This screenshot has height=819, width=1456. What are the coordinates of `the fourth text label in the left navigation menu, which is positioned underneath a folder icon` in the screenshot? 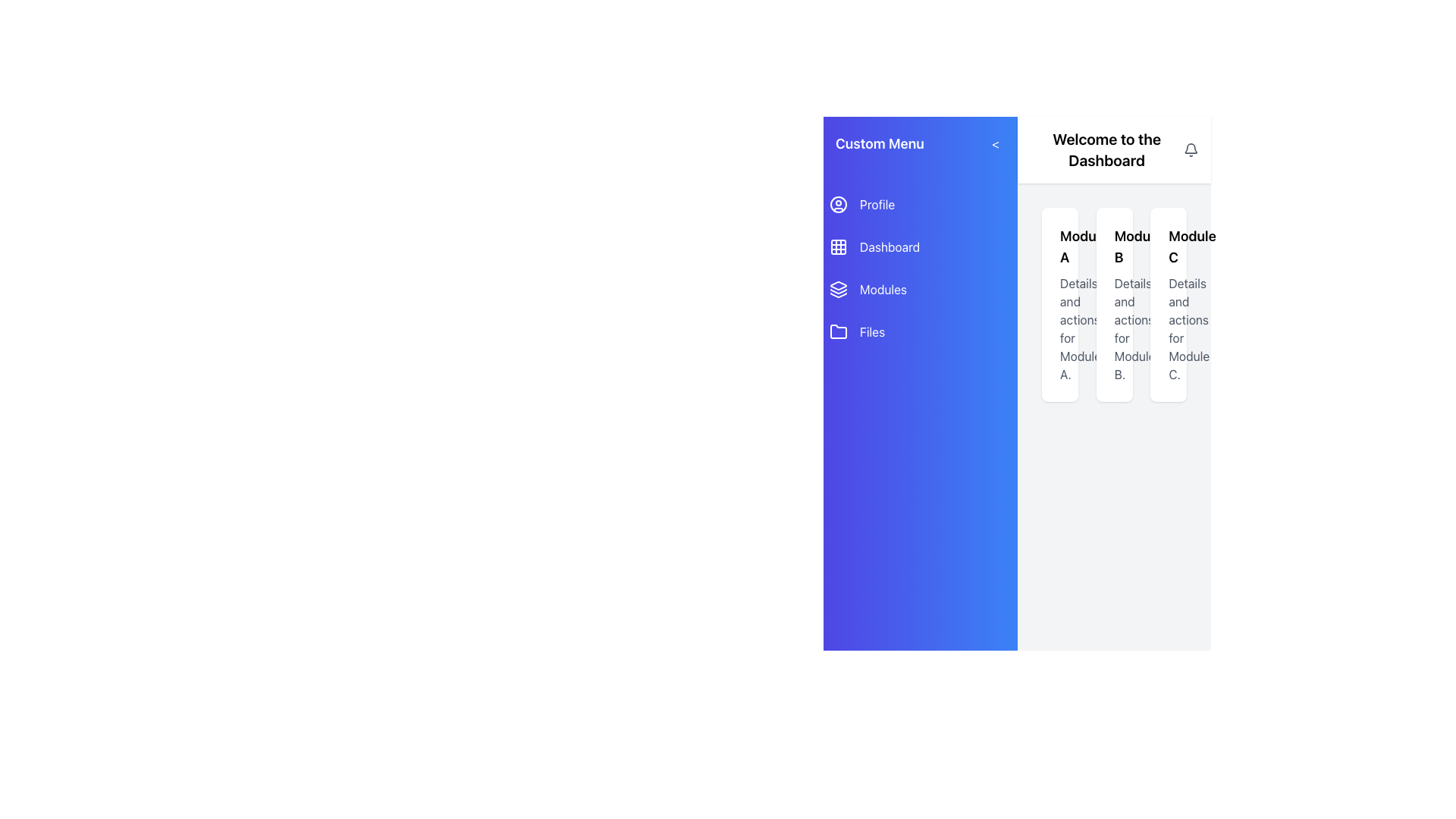 It's located at (872, 331).